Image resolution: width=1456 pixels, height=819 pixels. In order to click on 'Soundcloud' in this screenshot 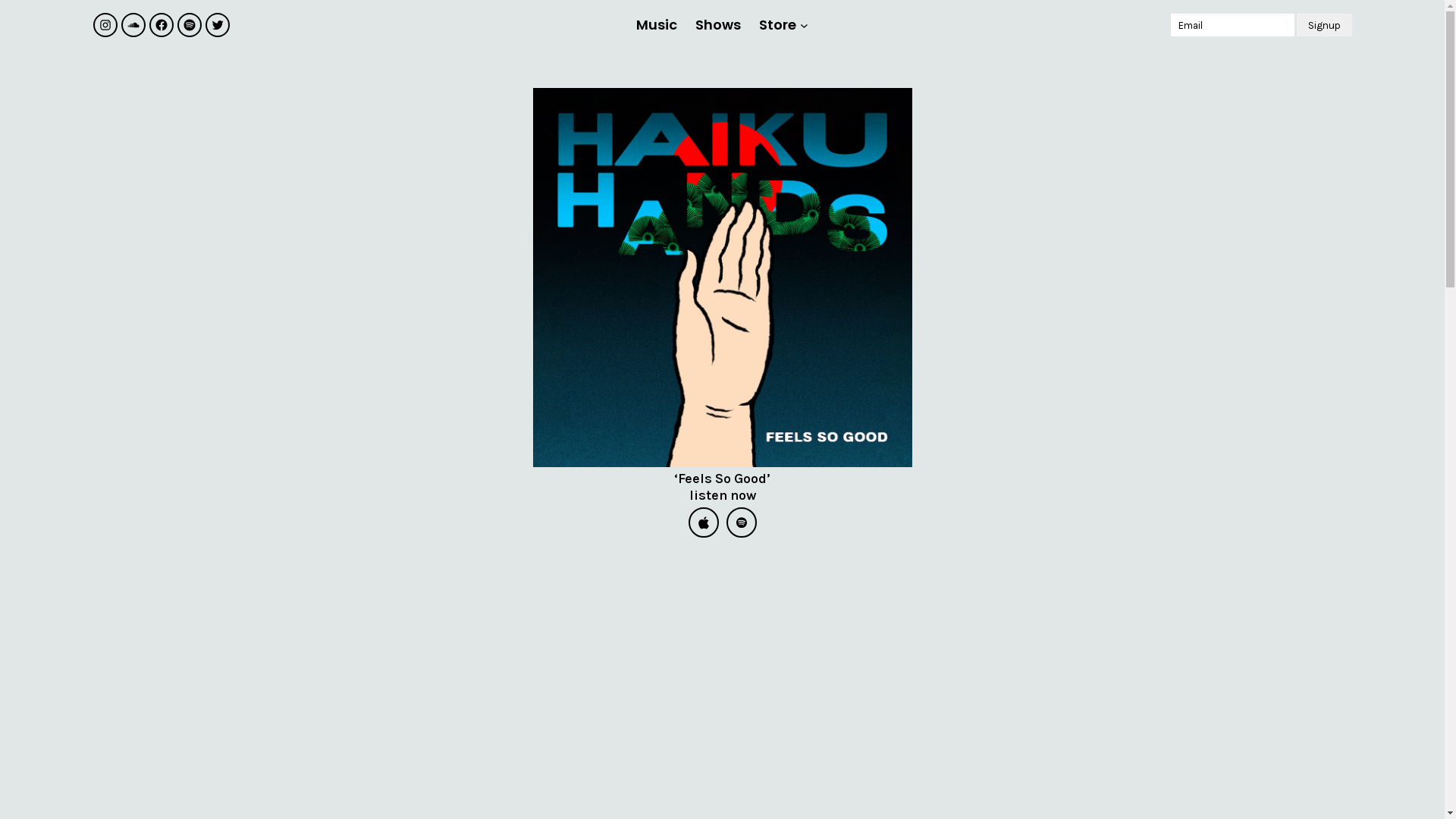, I will do `click(133, 25)`.